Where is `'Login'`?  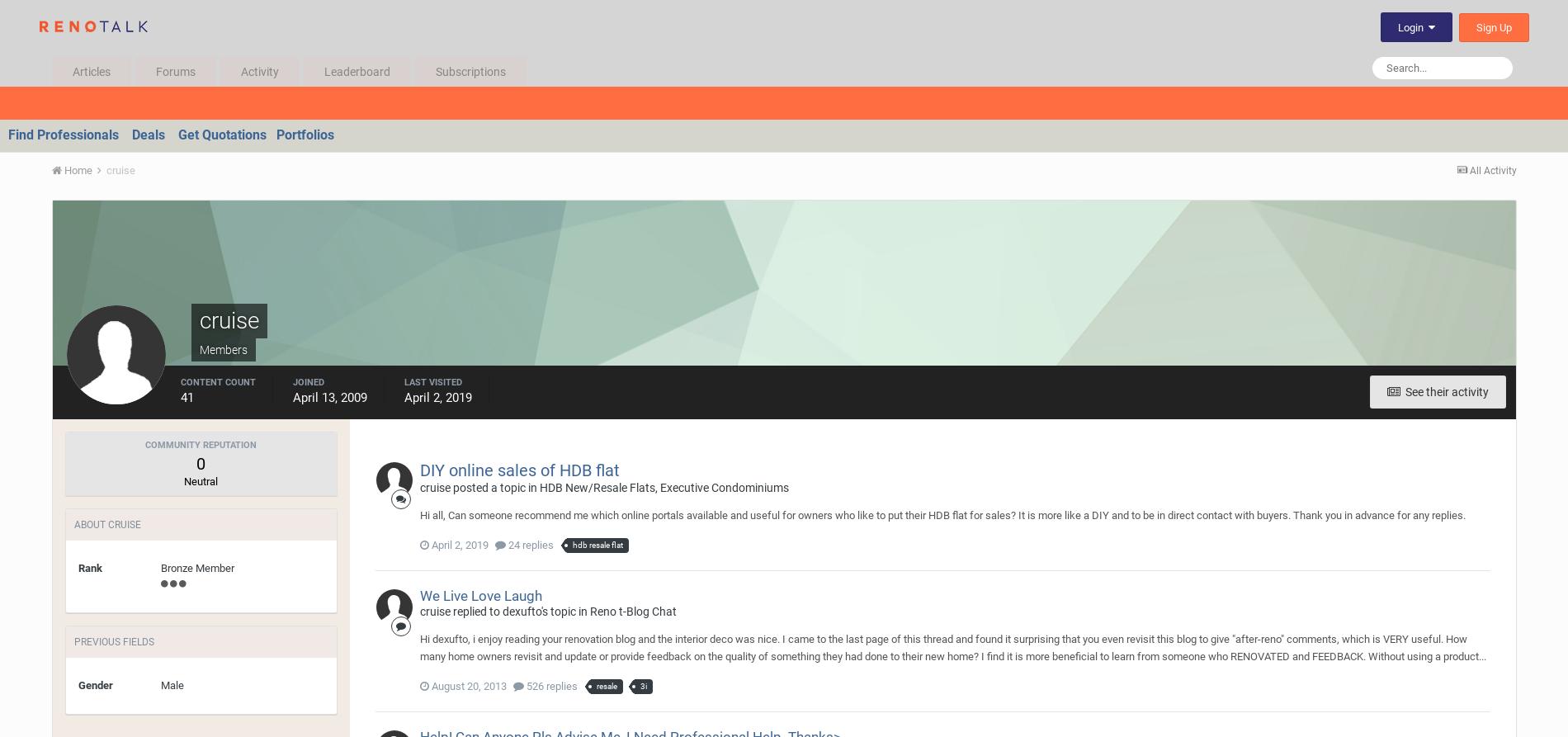 'Login' is located at coordinates (1411, 27).